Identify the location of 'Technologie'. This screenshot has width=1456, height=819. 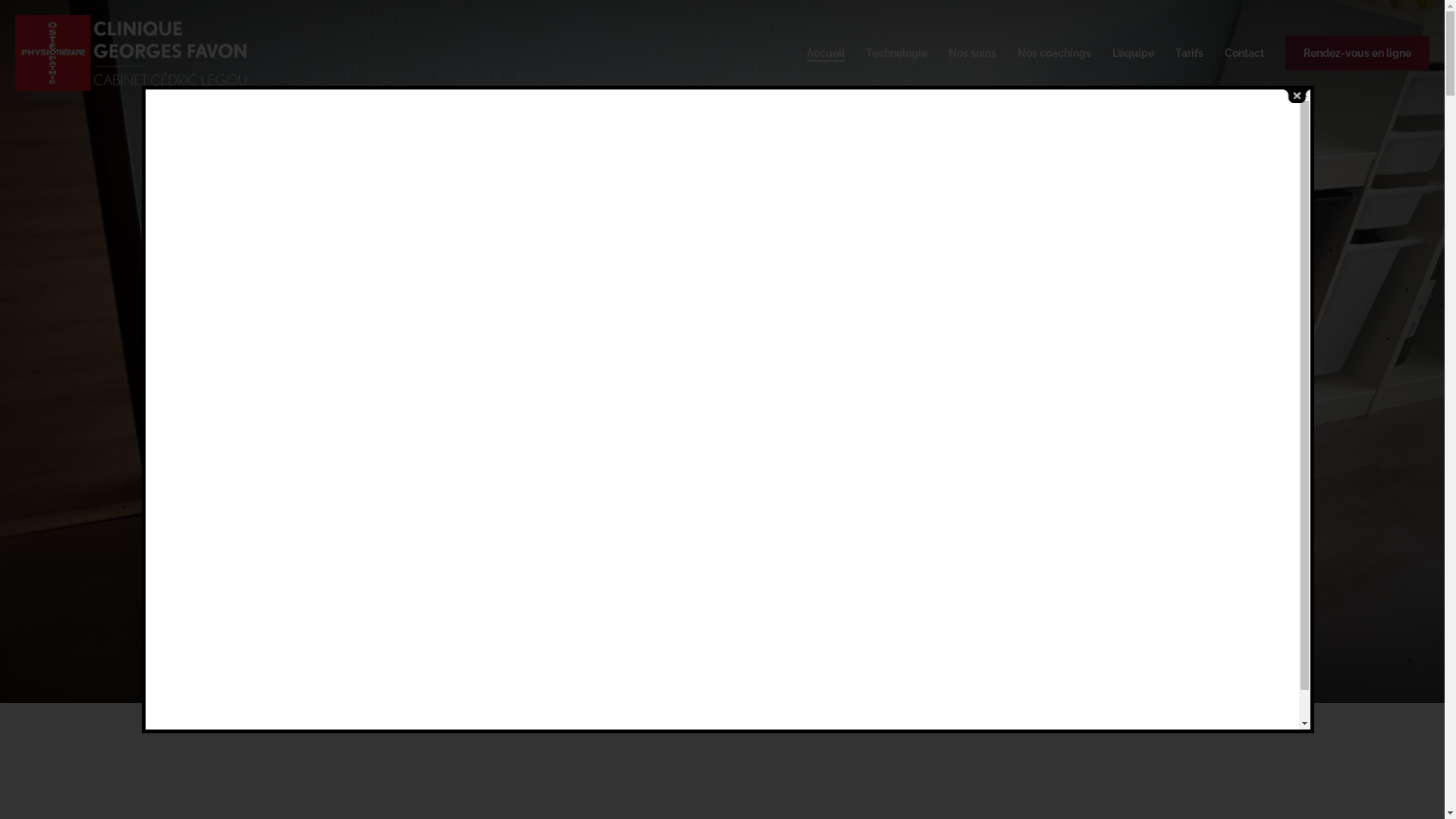
(866, 52).